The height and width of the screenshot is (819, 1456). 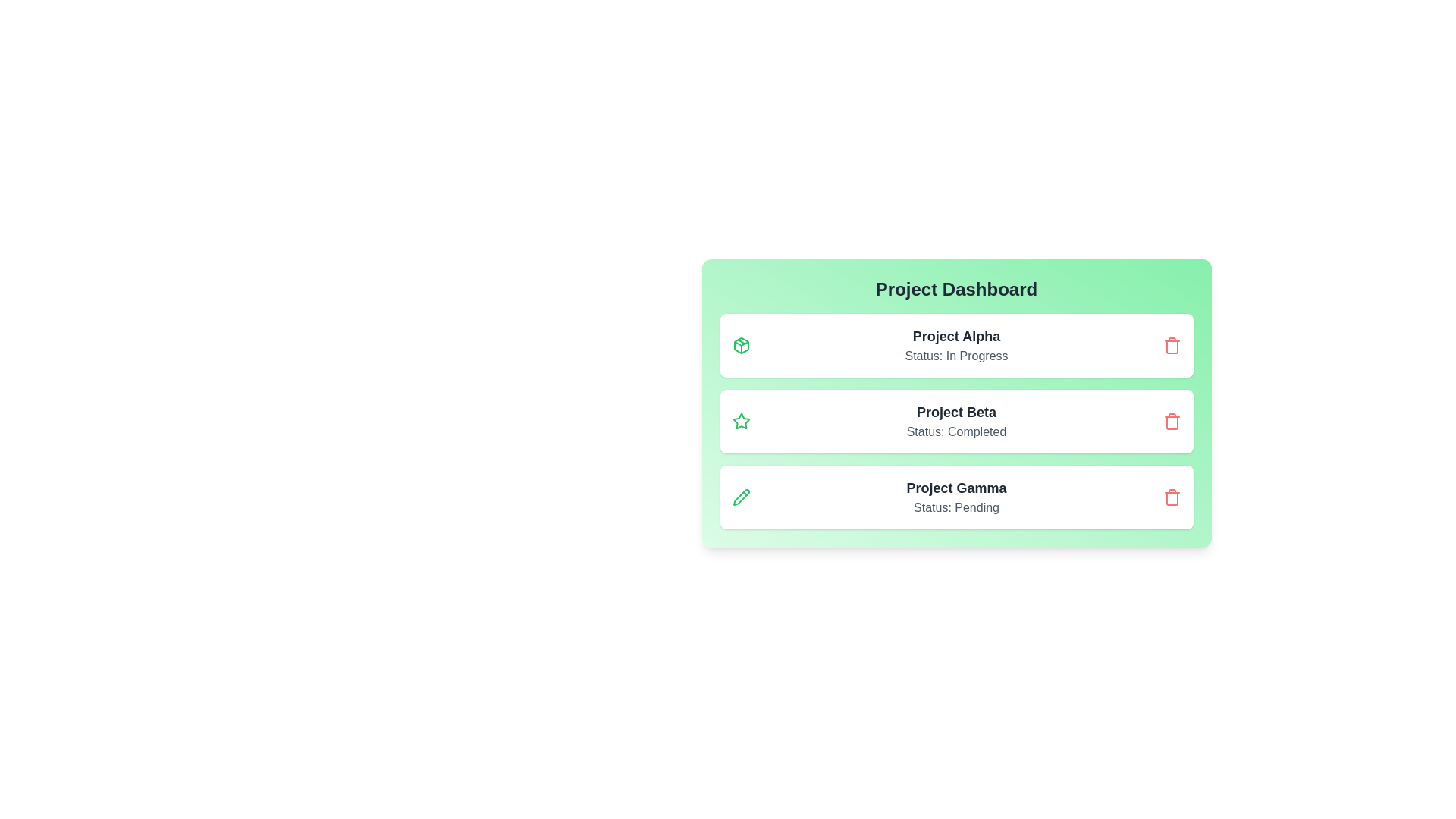 I want to click on the delete button for the project Project Beta, so click(x=1171, y=421).